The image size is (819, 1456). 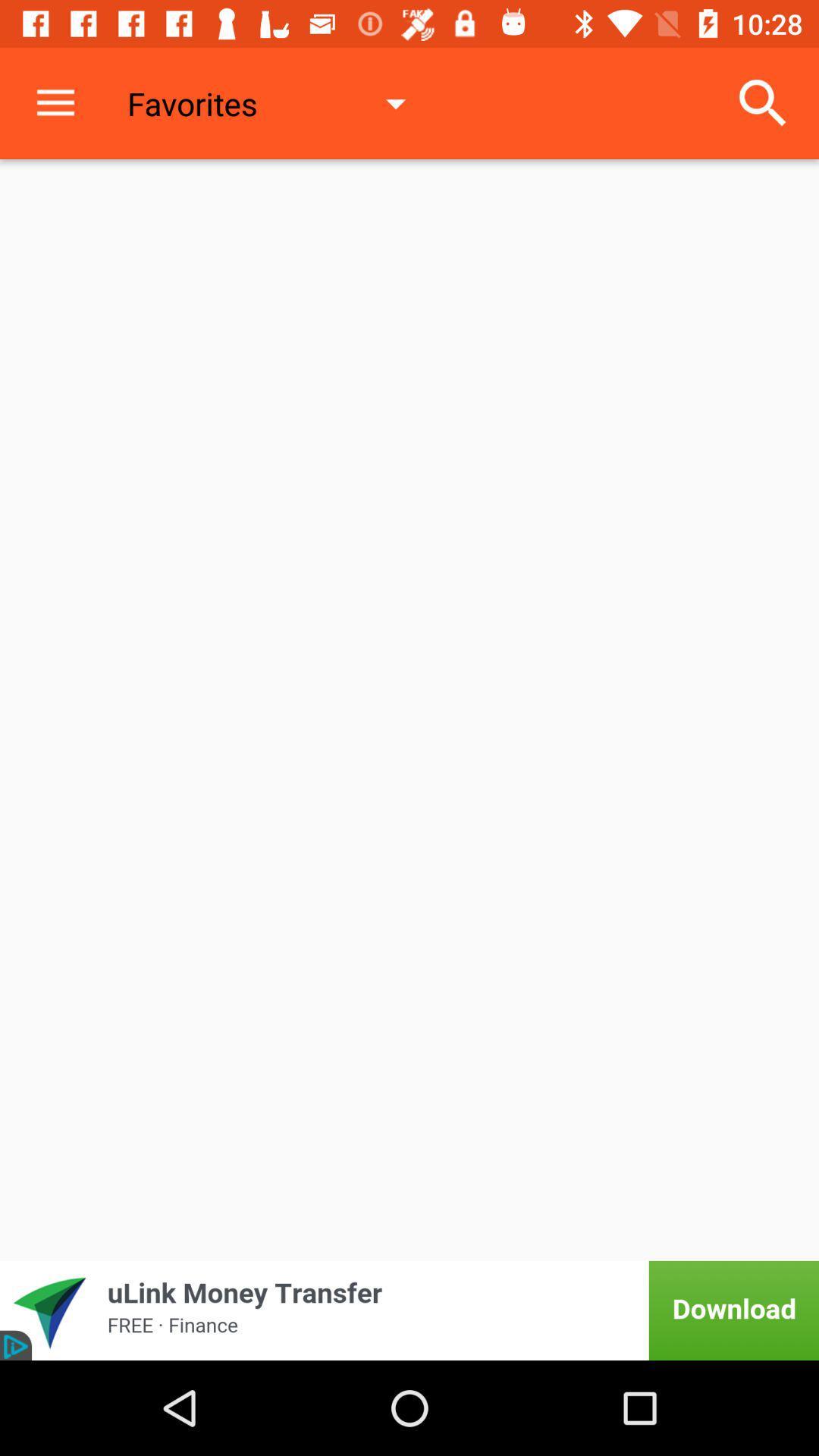 What do you see at coordinates (409, 1310) in the screenshot?
I see `advertisement banner` at bounding box center [409, 1310].